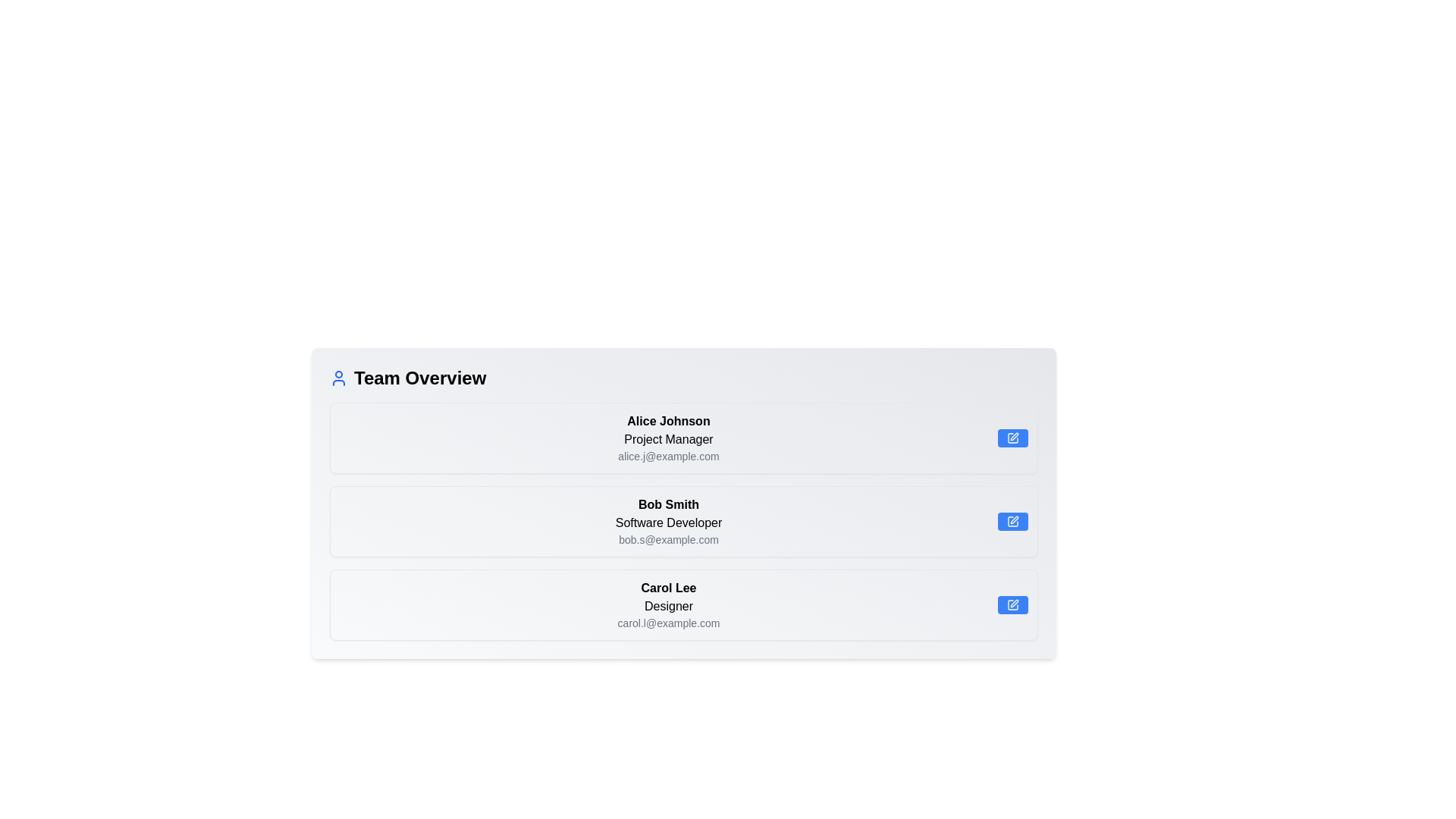  I want to click on name label element indicating 'Carol Lee' located under the 'Team Overview' section in the third entry row, so click(668, 587).